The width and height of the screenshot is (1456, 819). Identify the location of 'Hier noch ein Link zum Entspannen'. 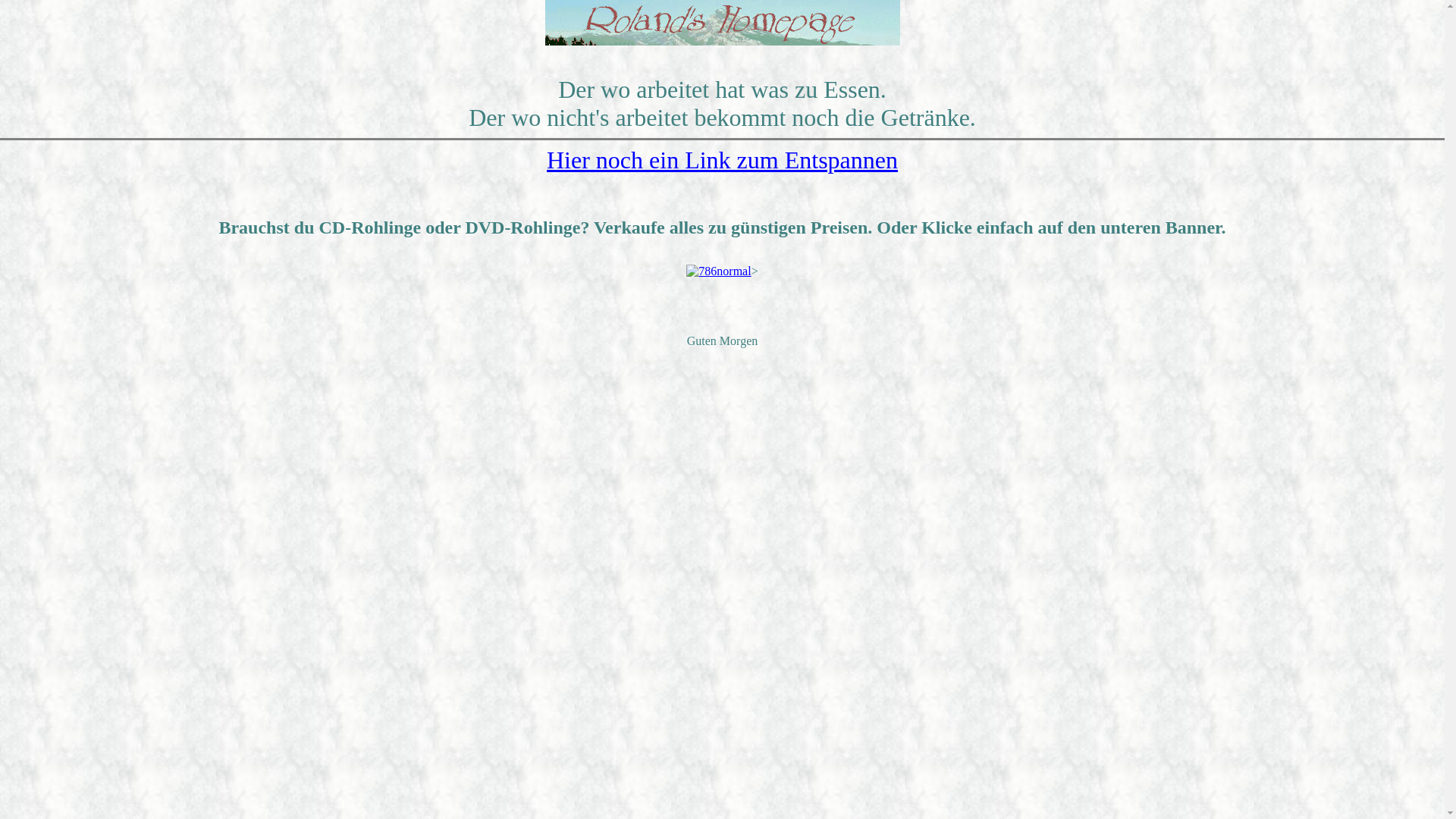
(721, 160).